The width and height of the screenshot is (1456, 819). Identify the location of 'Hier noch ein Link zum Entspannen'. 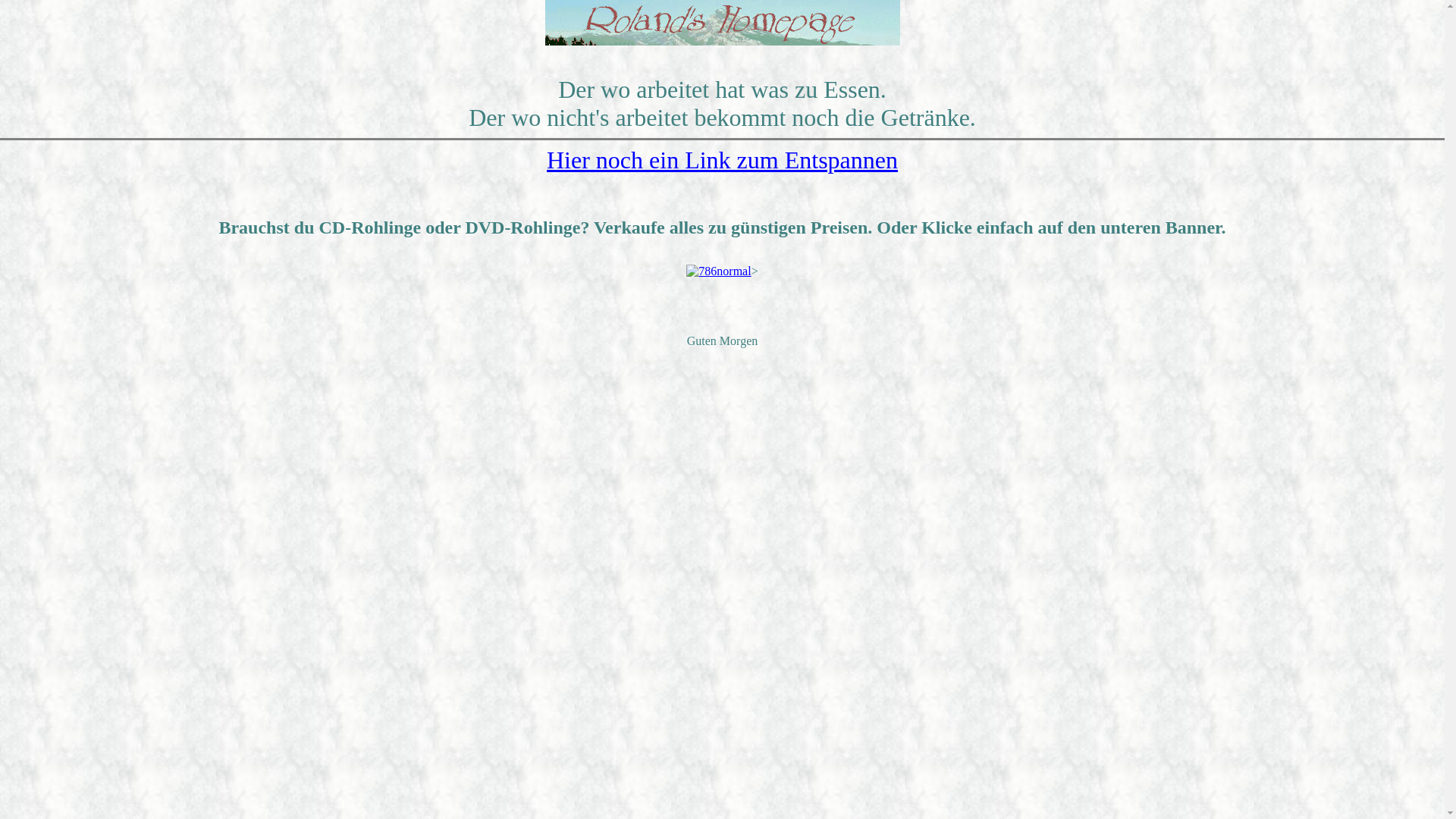
(721, 160).